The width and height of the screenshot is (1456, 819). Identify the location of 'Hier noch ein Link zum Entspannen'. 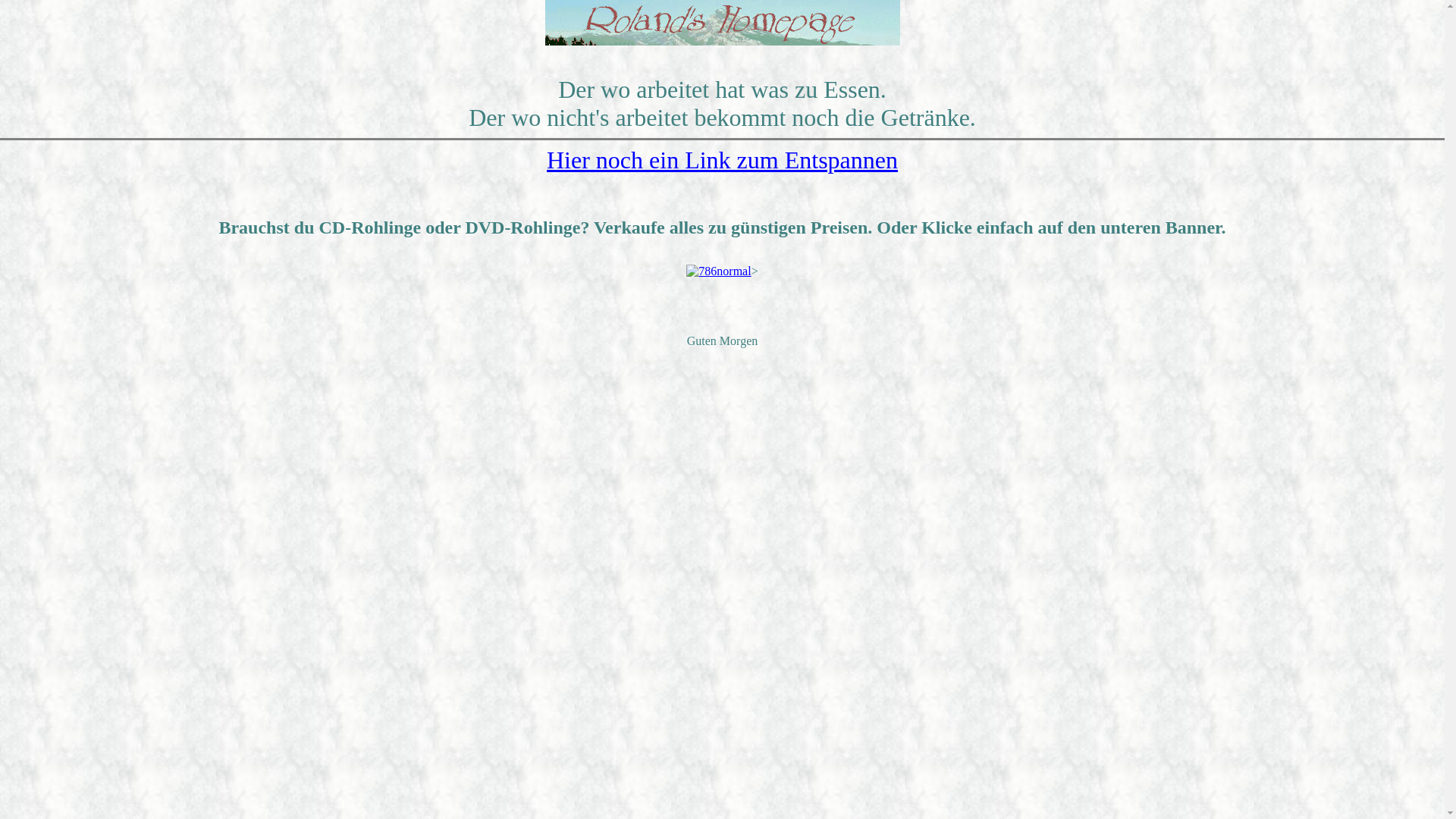
(721, 160).